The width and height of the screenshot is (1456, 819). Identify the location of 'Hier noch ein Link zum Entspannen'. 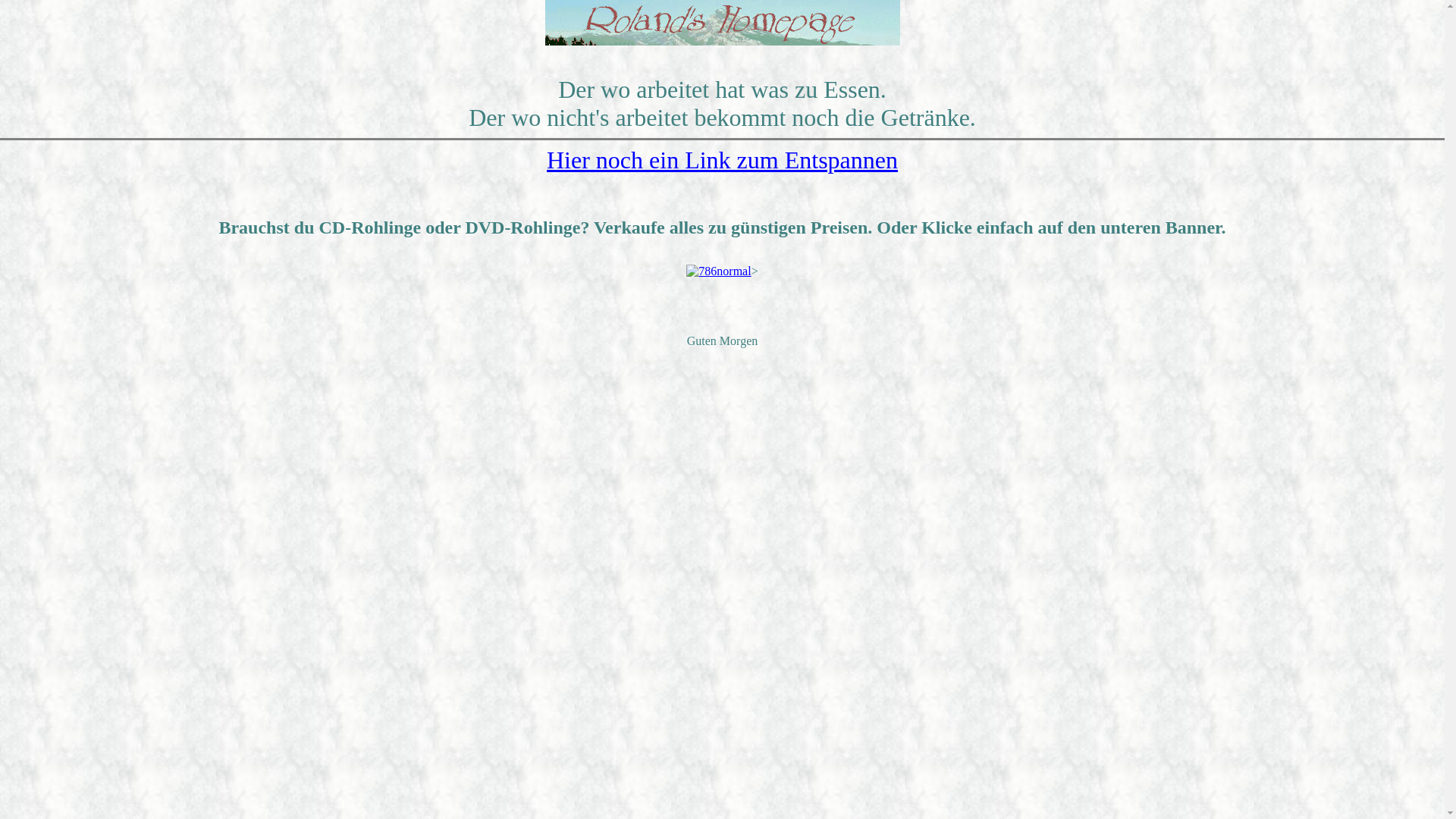
(721, 160).